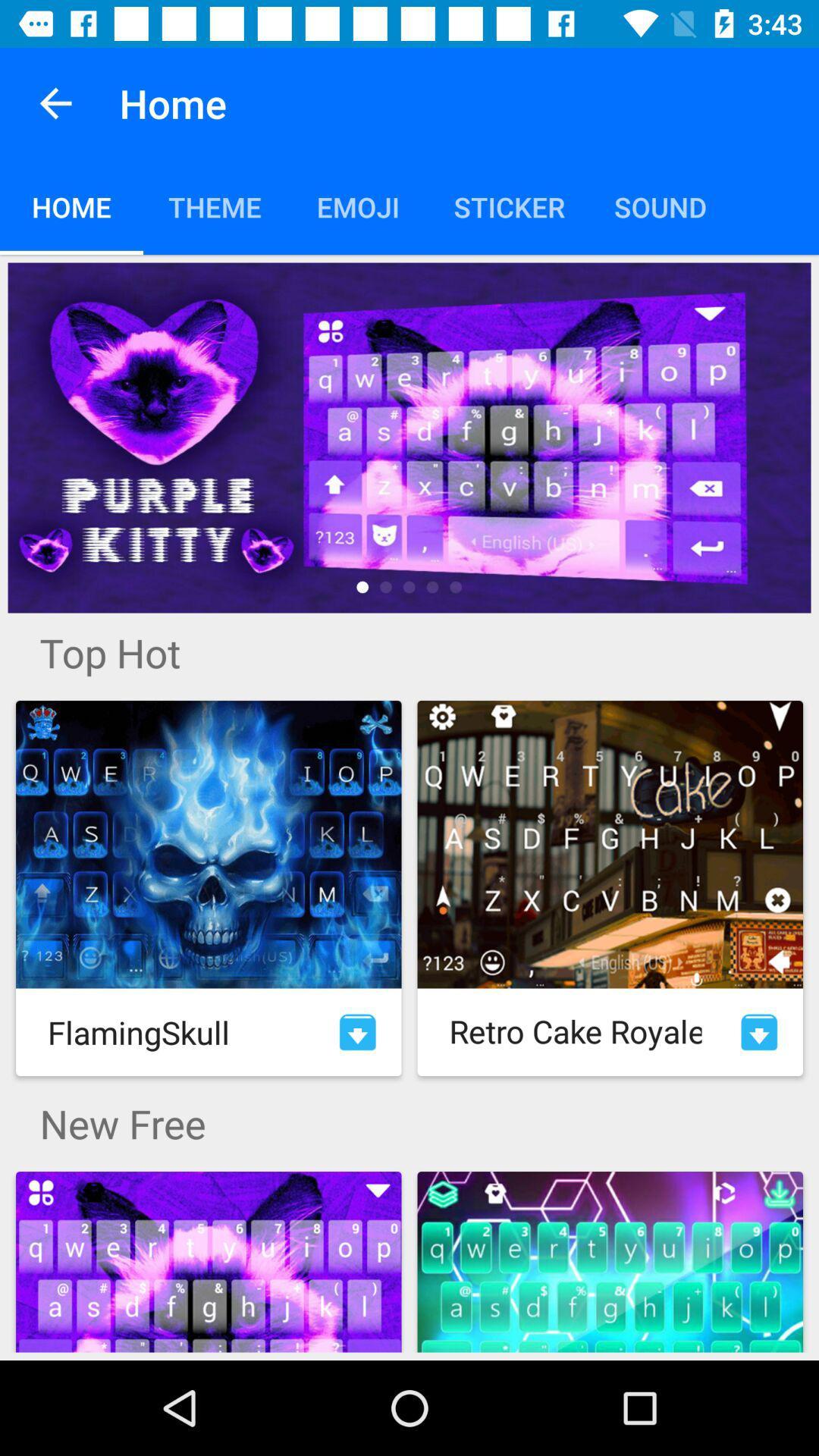  I want to click on download theme, so click(357, 1031).